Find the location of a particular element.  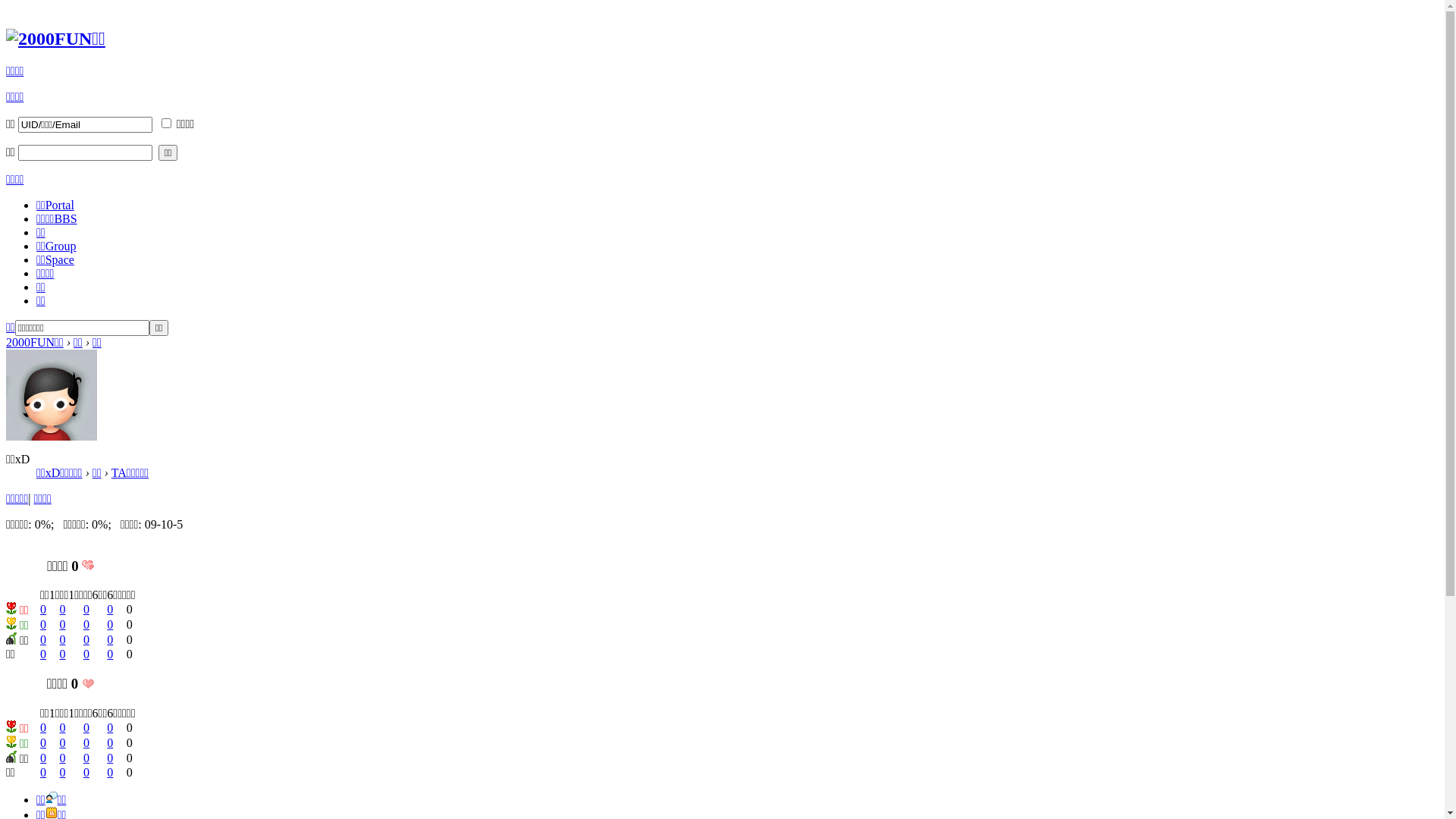

'0' is located at coordinates (43, 772).